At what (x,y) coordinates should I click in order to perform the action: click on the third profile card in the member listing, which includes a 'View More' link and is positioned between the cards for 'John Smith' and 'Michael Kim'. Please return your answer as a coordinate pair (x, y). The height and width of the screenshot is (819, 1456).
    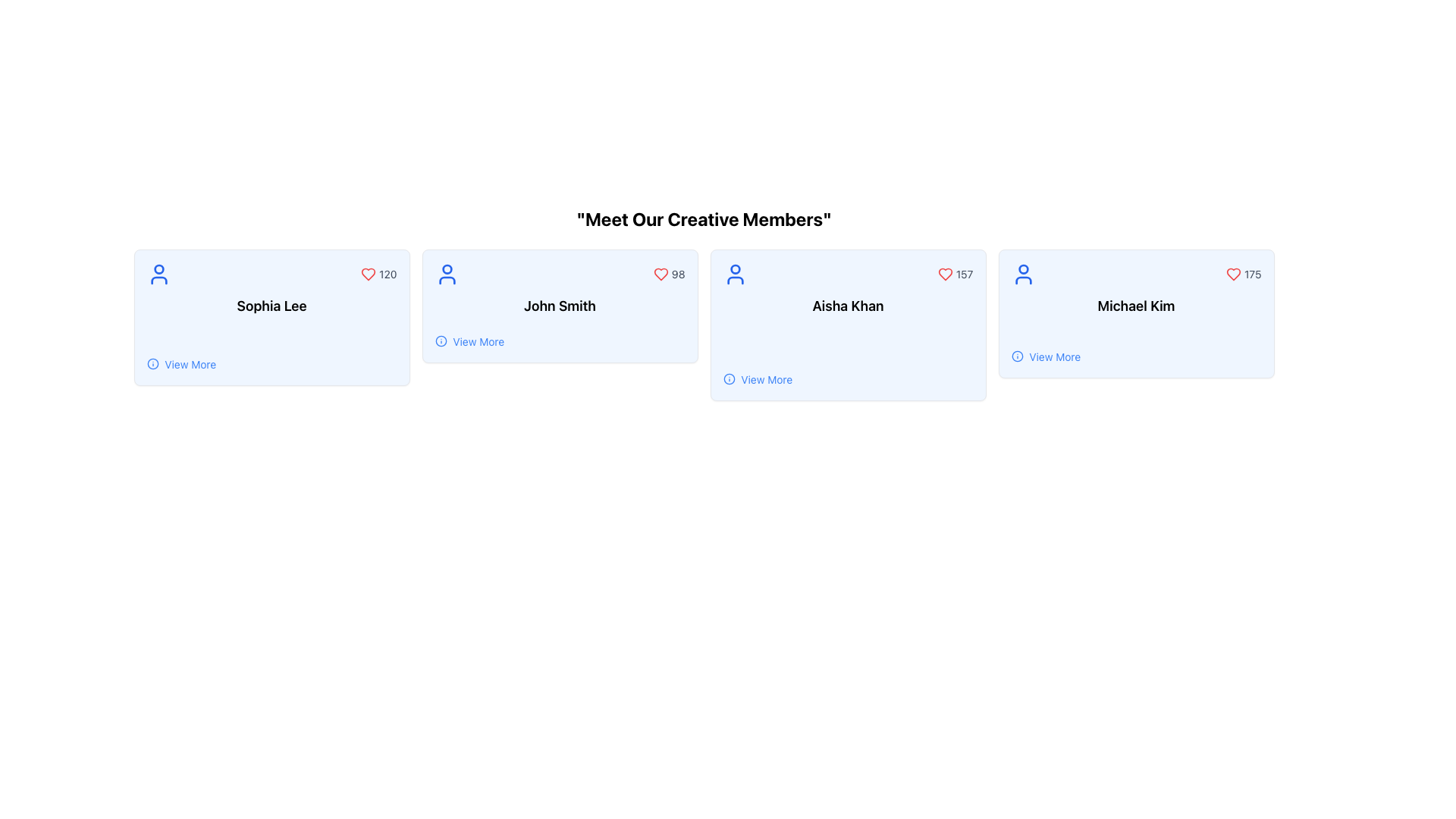
    Looking at the image, I should click on (847, 324).